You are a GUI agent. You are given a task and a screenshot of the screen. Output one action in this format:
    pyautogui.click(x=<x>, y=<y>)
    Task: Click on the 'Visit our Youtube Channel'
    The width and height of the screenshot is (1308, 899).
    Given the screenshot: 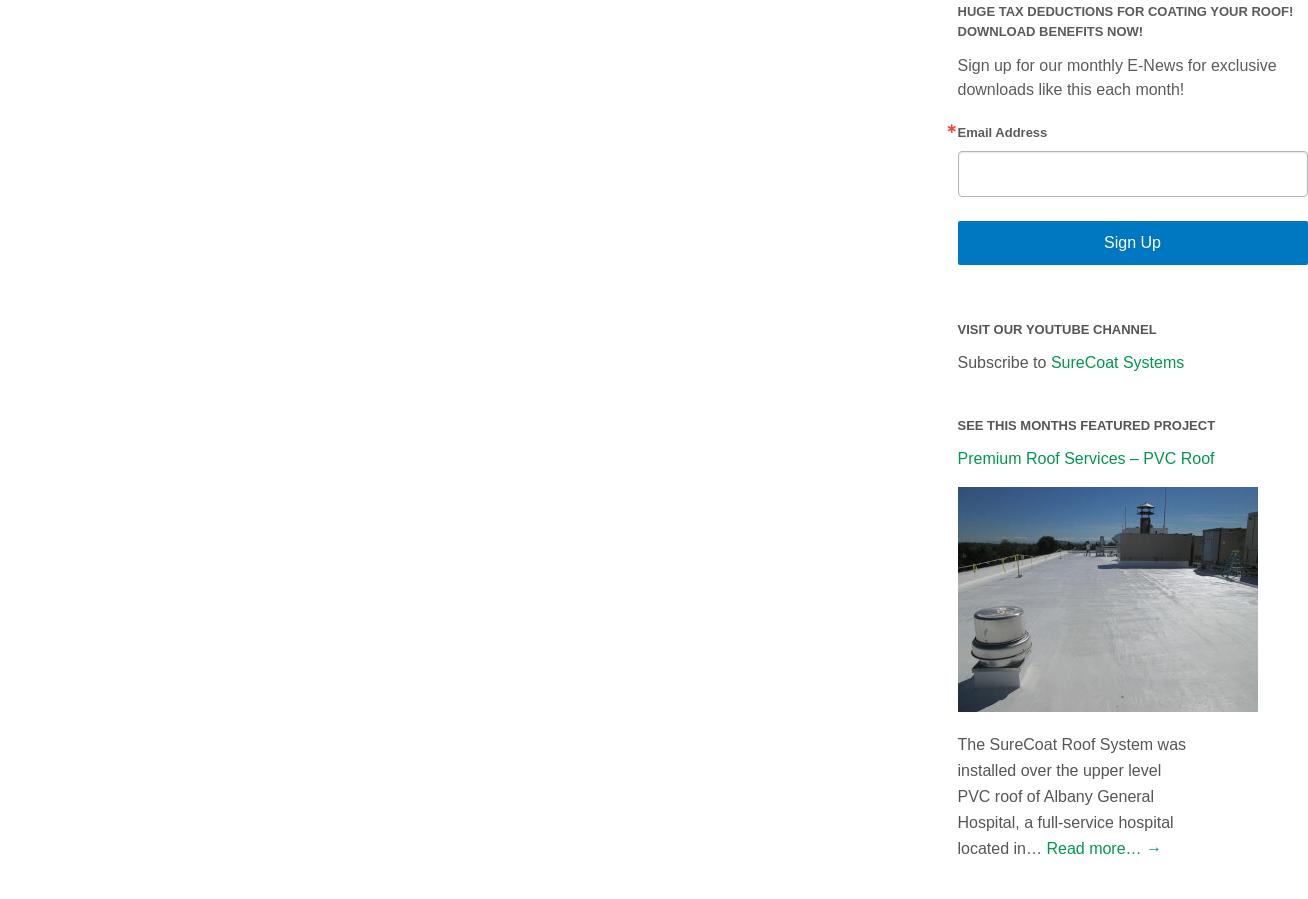 What is the action you would take?
    pyautogui.click(x=1056, y=327)
    